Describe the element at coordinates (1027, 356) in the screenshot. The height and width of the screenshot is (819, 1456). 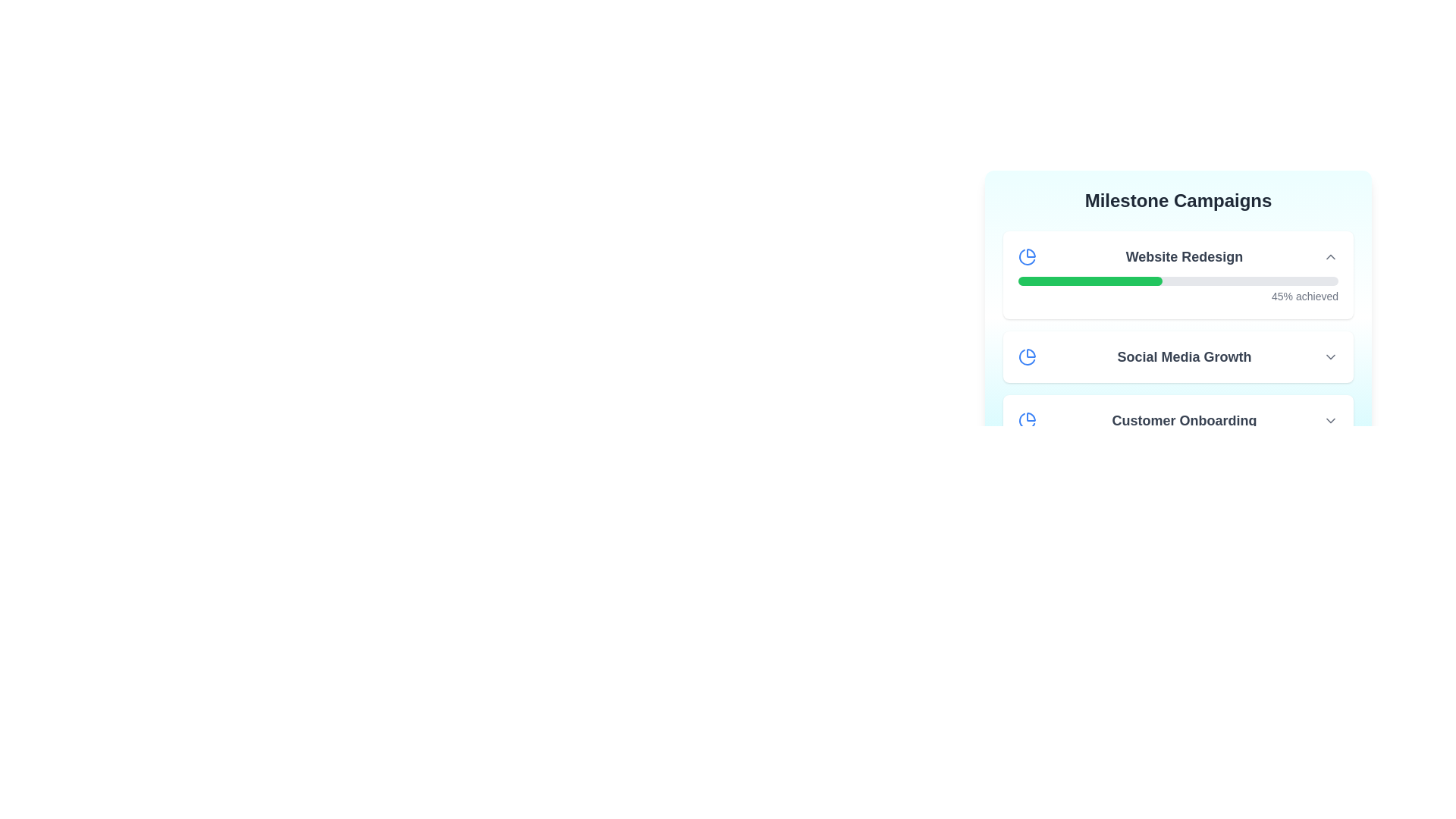
I see `the design of the icon representing statistical data related to 'Social Media Growth', located to the left of the text 'Social Media Growth'` at that location.